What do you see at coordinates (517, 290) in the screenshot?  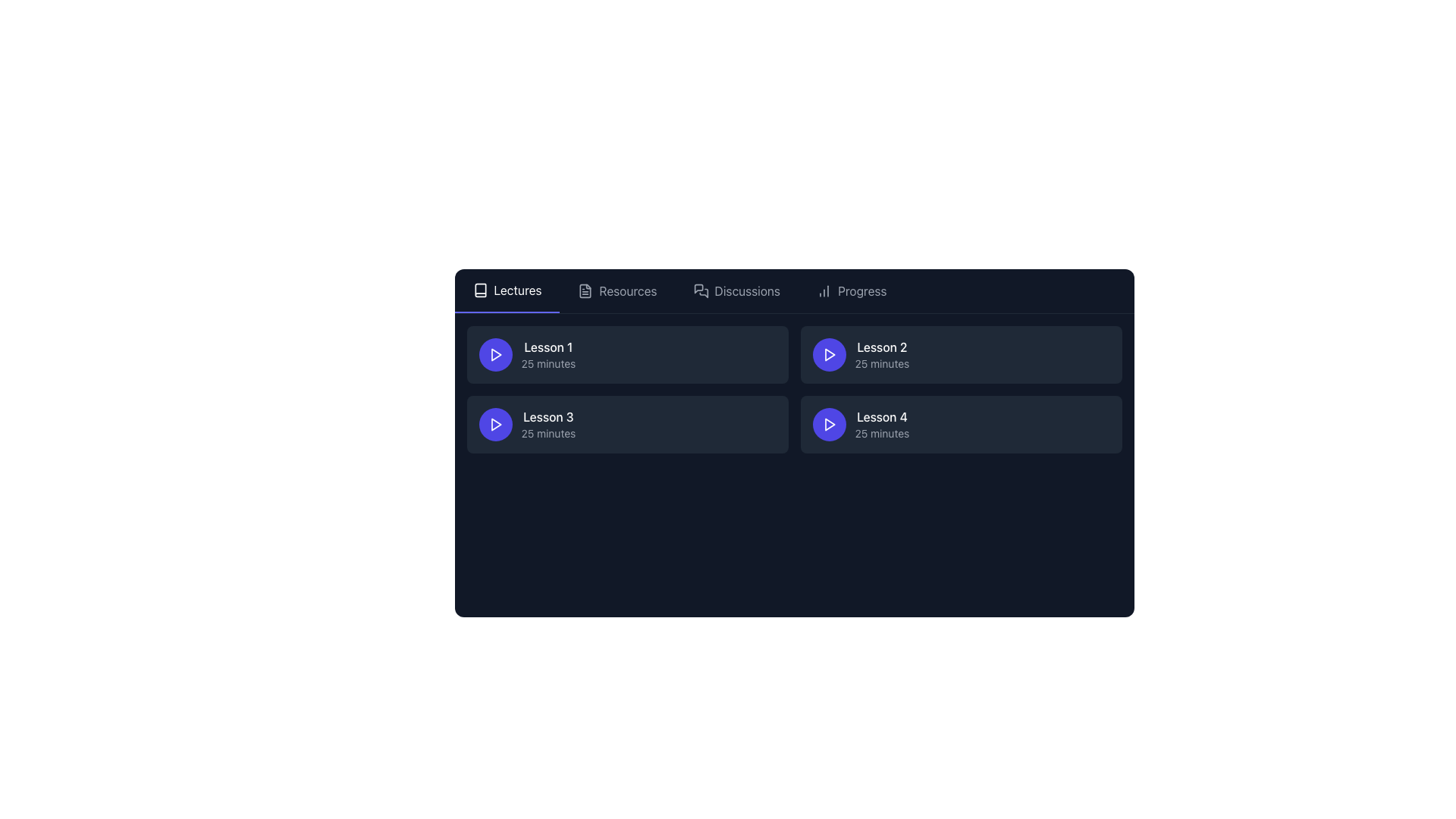 I see `the 'Lectures' navigation tab label at the top-left of the interface` at bounding box center [517, 290].